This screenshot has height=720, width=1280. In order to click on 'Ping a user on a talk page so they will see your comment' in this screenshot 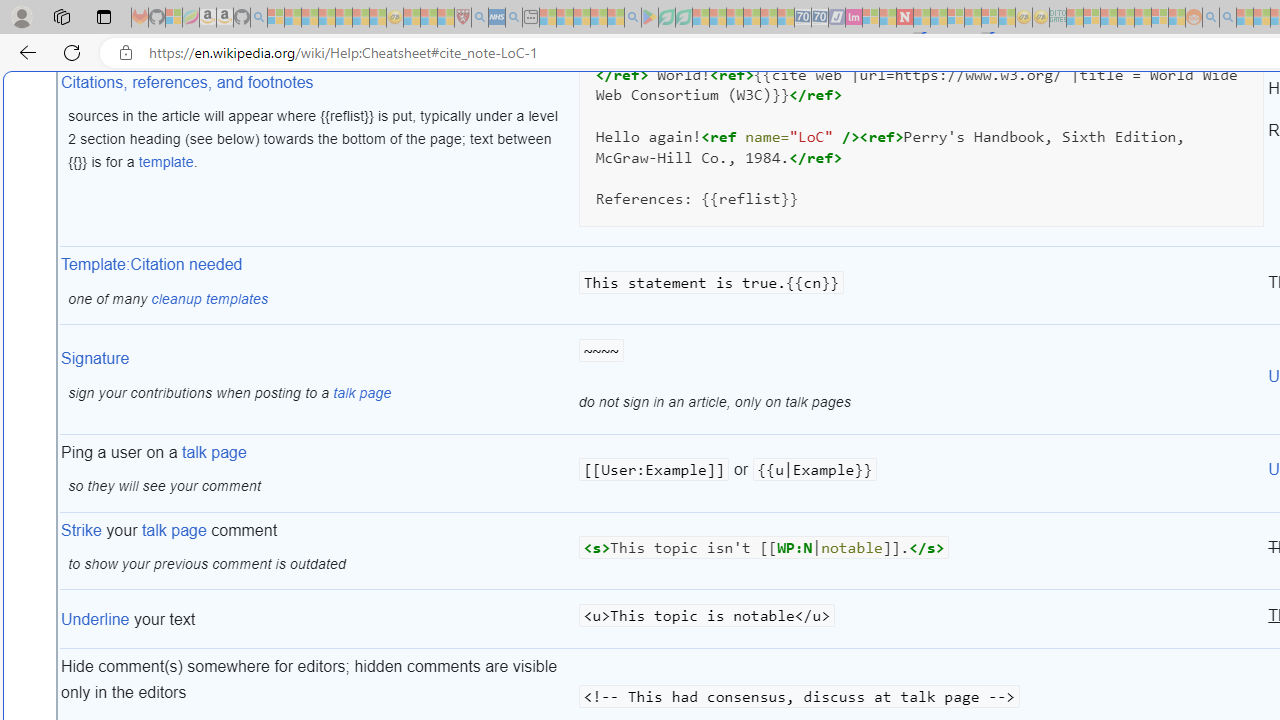, I will do `click(317, 473)`.